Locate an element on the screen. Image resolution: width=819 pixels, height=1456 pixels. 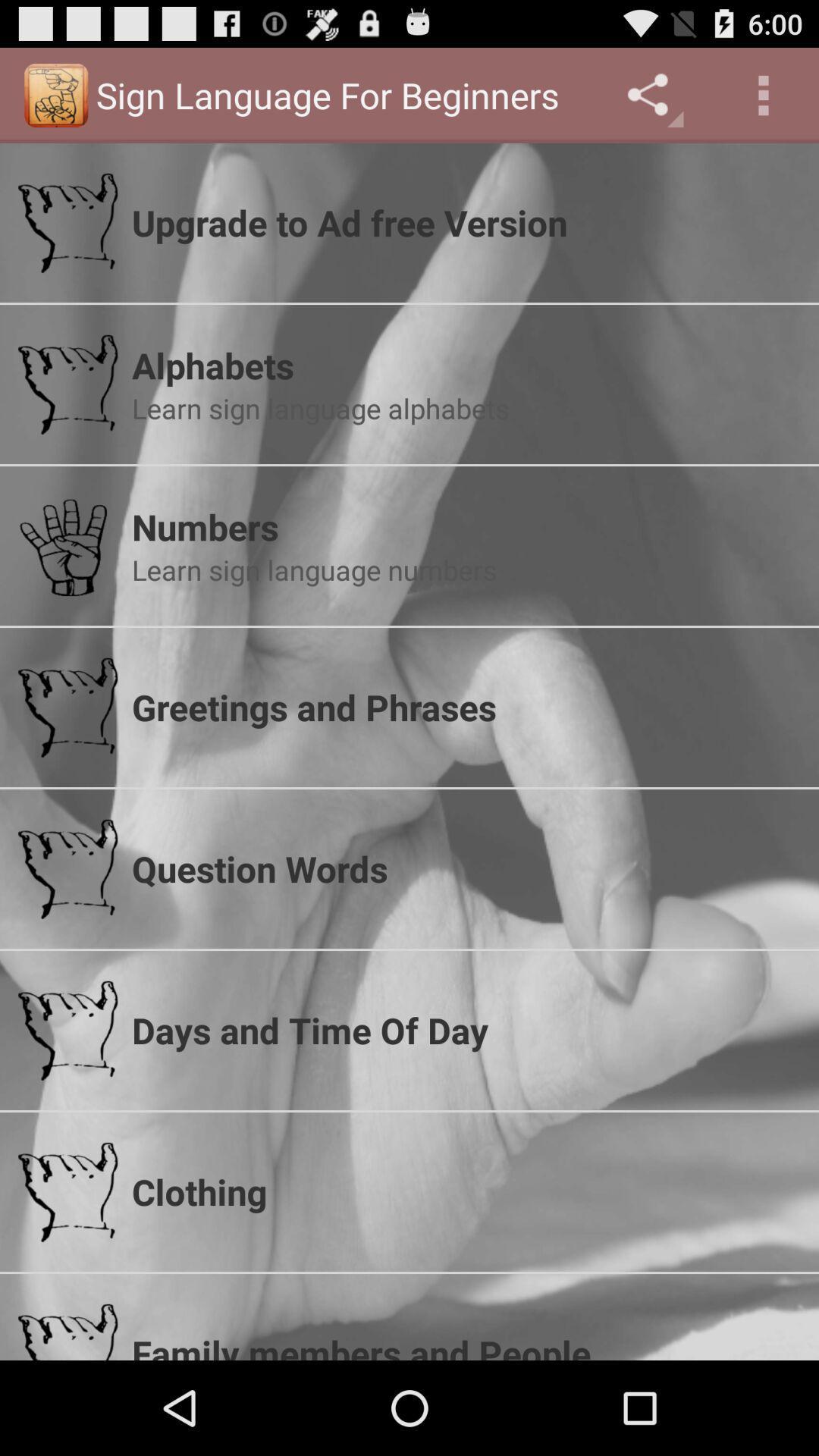
icon below the greetings and phrases item is located at coordinates (465, 868).